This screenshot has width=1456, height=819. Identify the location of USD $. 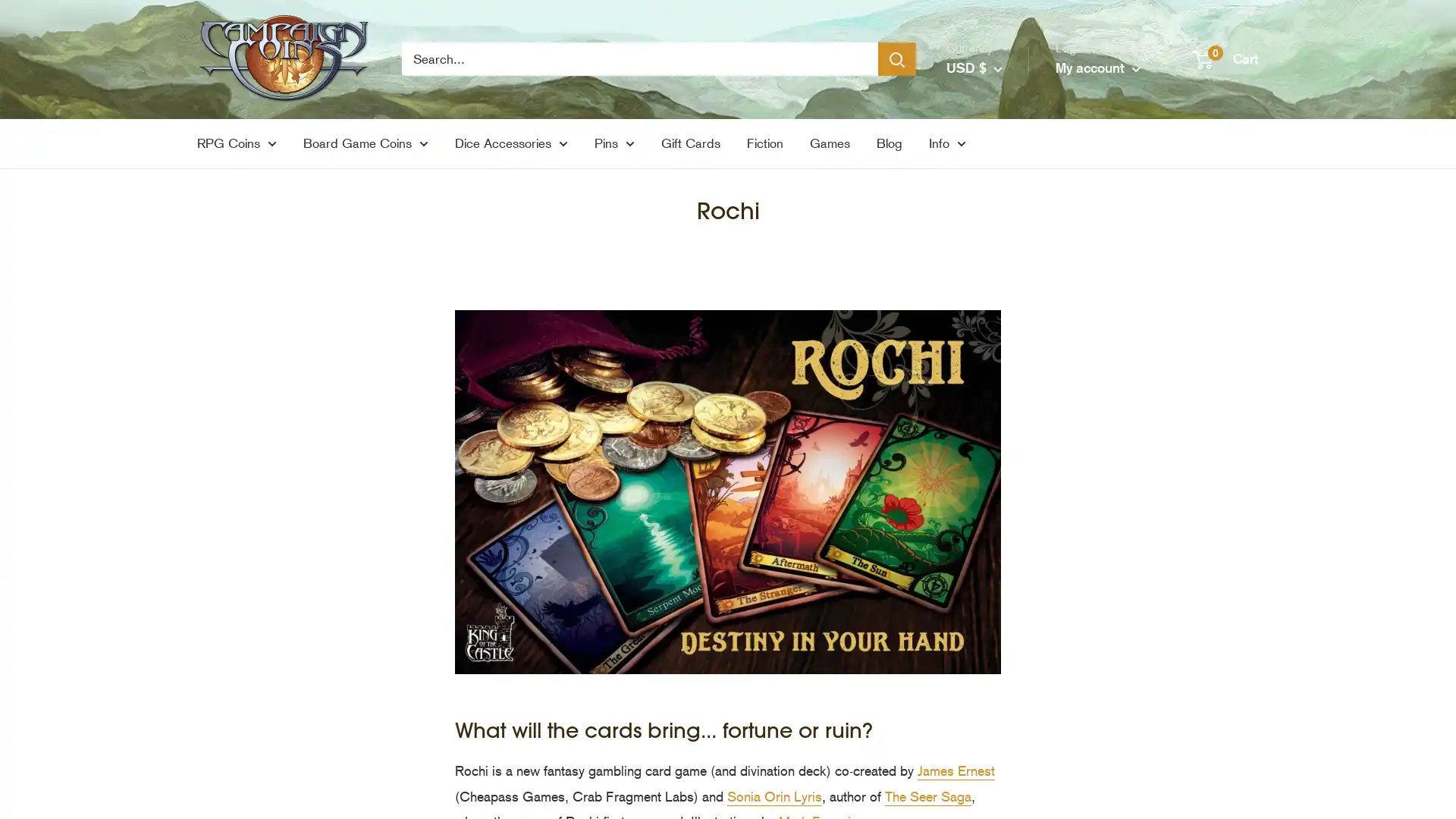
(974, 67).